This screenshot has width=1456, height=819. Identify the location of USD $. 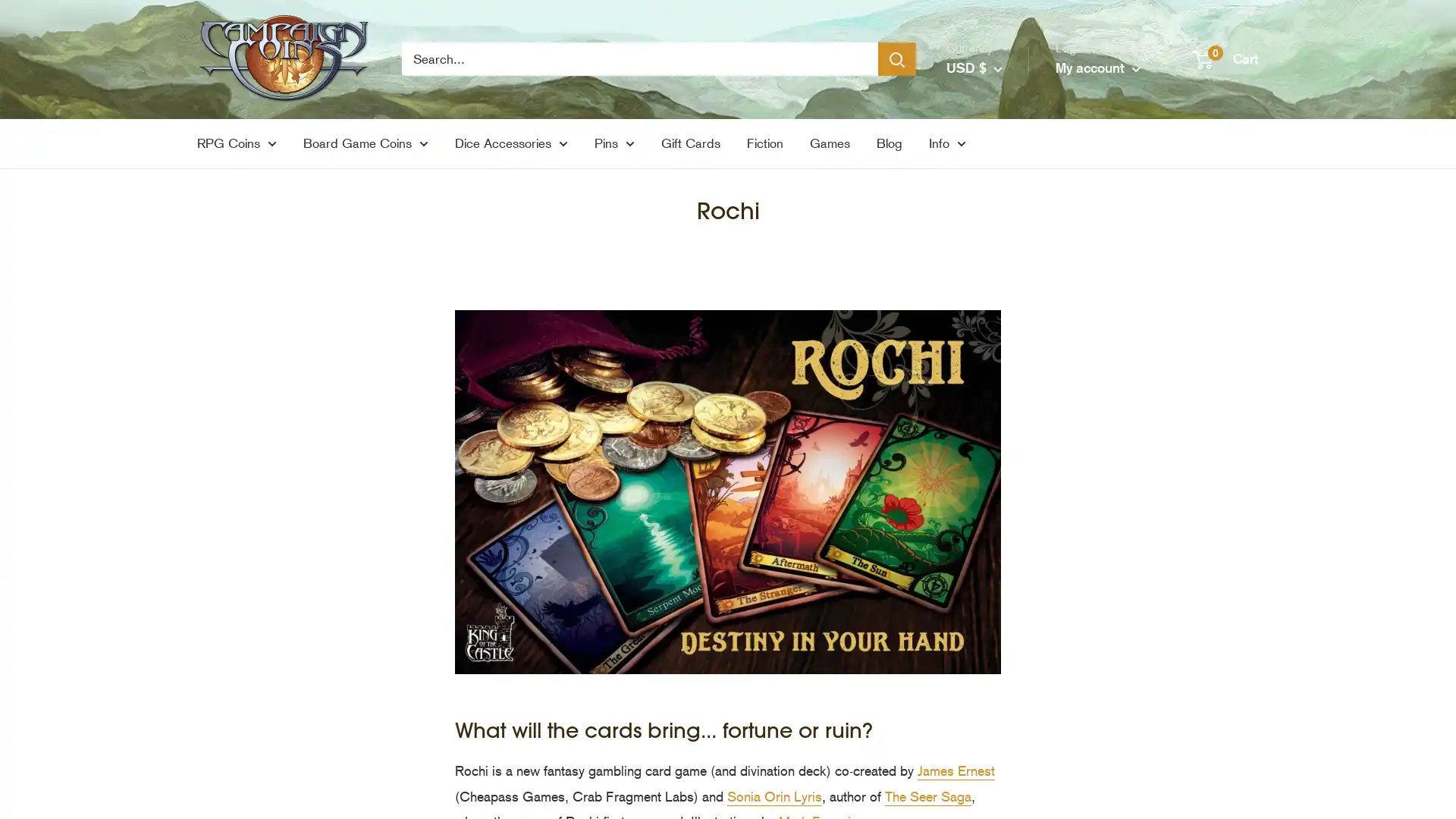
(974, 67).